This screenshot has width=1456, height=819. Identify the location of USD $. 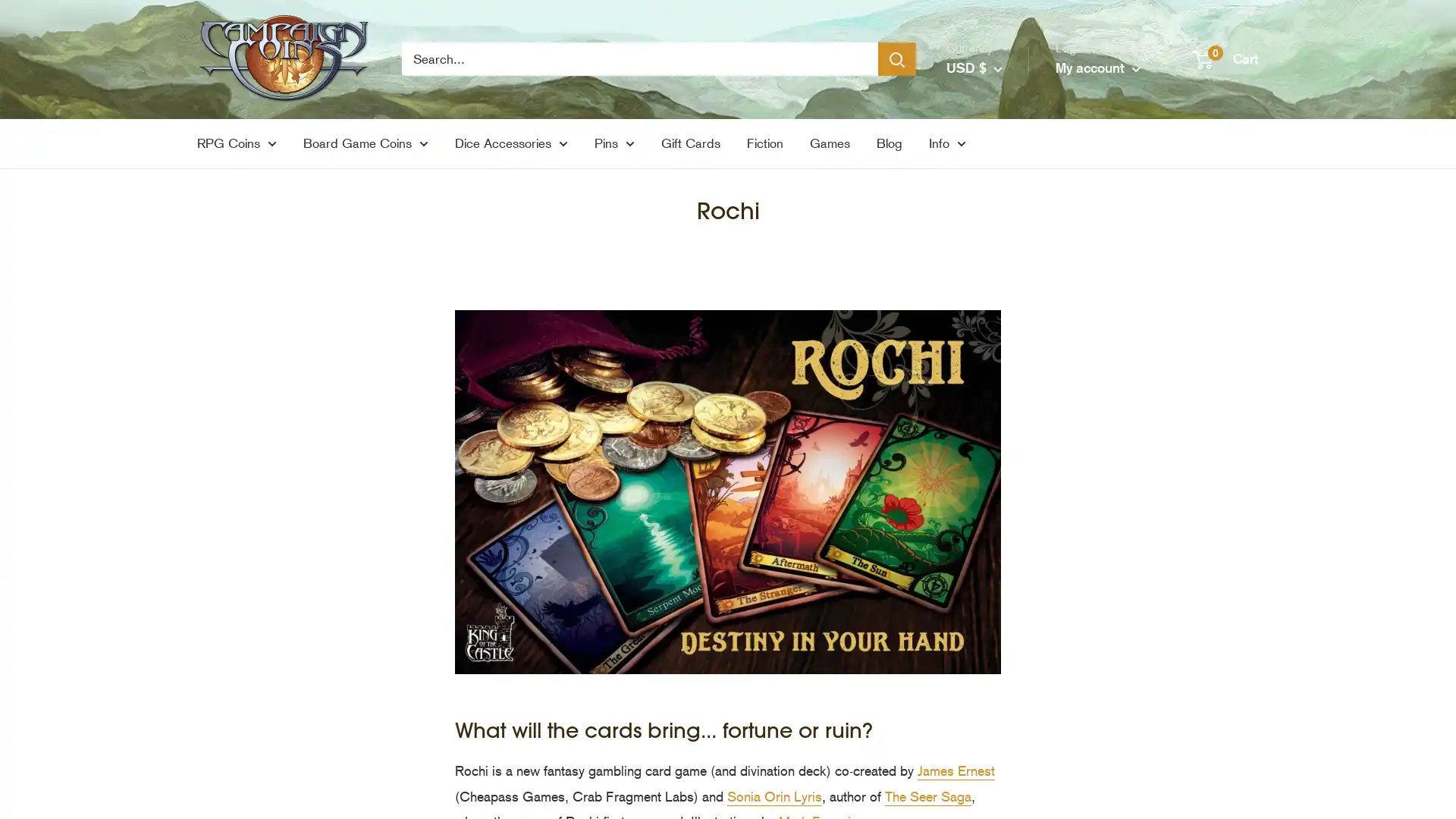
(974, 67).